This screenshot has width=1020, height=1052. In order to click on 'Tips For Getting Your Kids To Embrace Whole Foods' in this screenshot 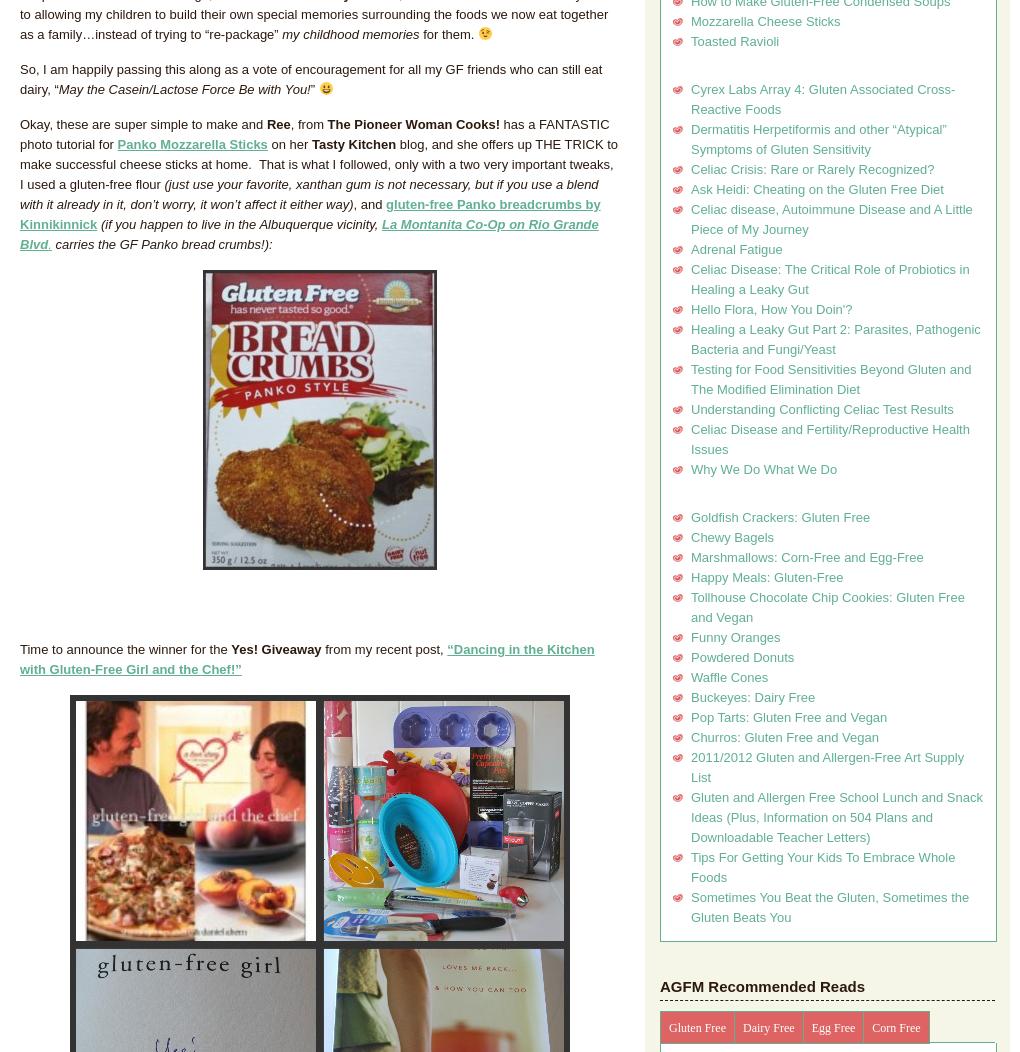, I will do `click(823, 866)`.